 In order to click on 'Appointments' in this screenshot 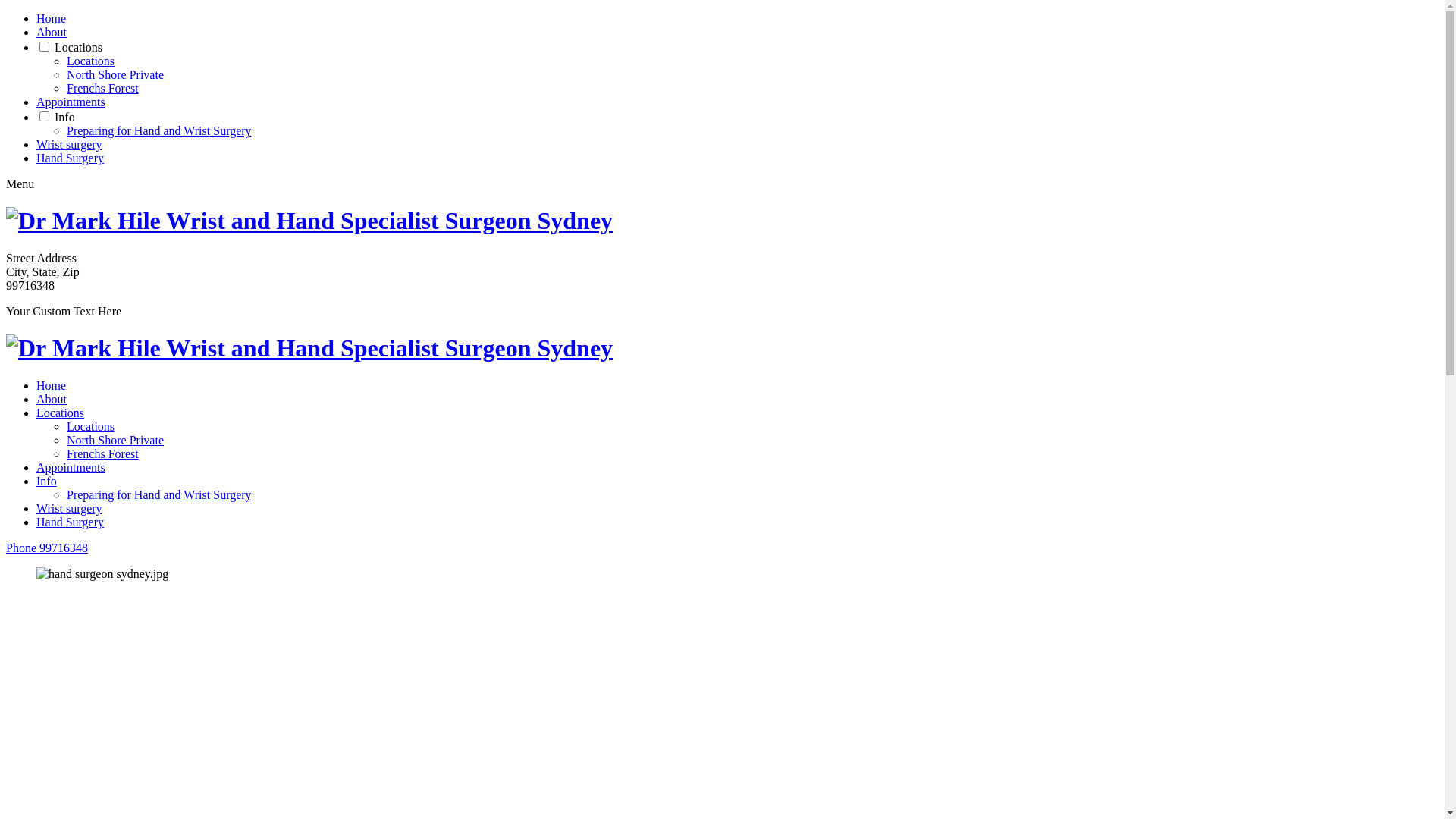, I will do `click(70, 466)`.